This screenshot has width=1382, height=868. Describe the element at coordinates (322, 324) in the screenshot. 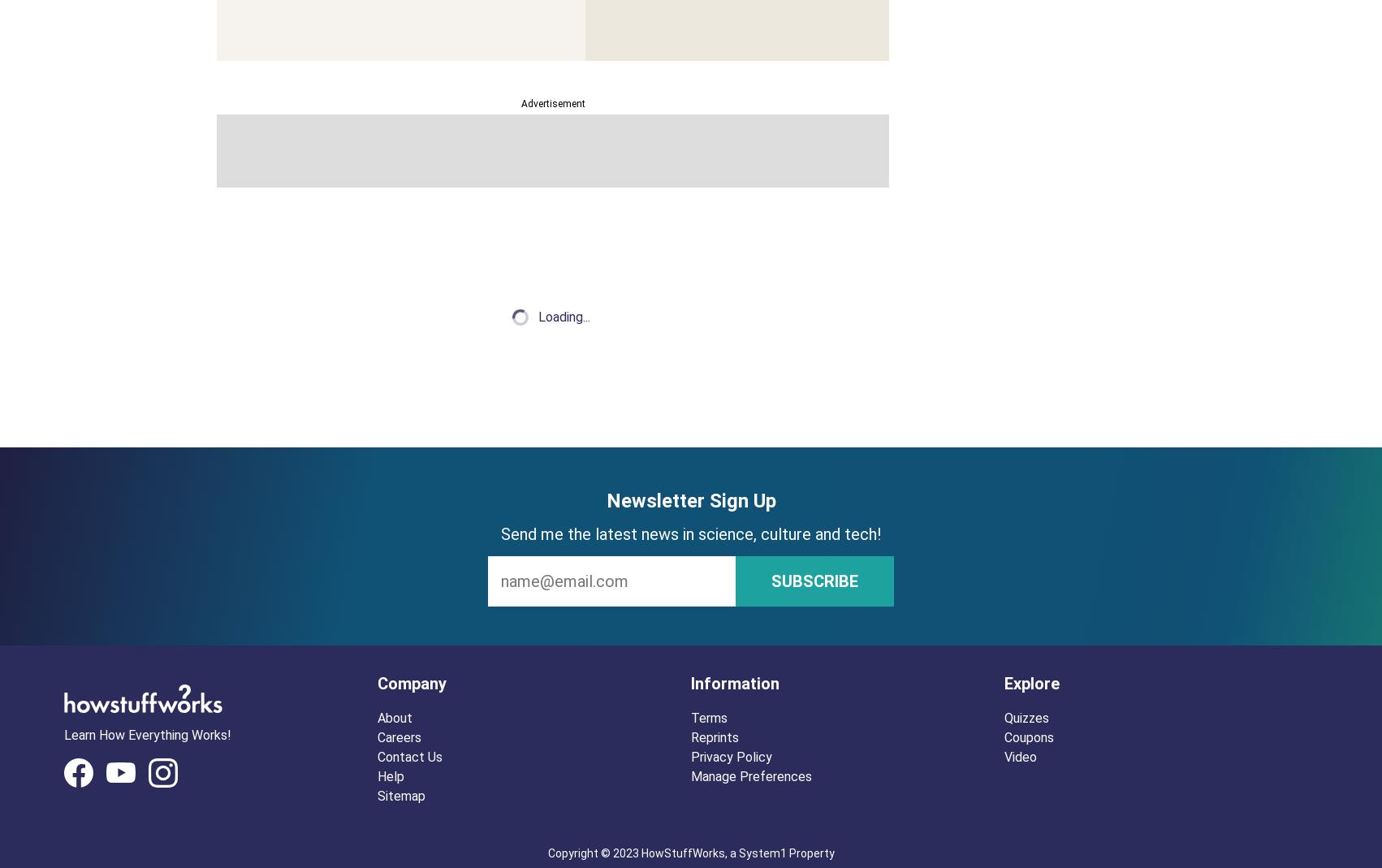

I see `'|'` at that location.